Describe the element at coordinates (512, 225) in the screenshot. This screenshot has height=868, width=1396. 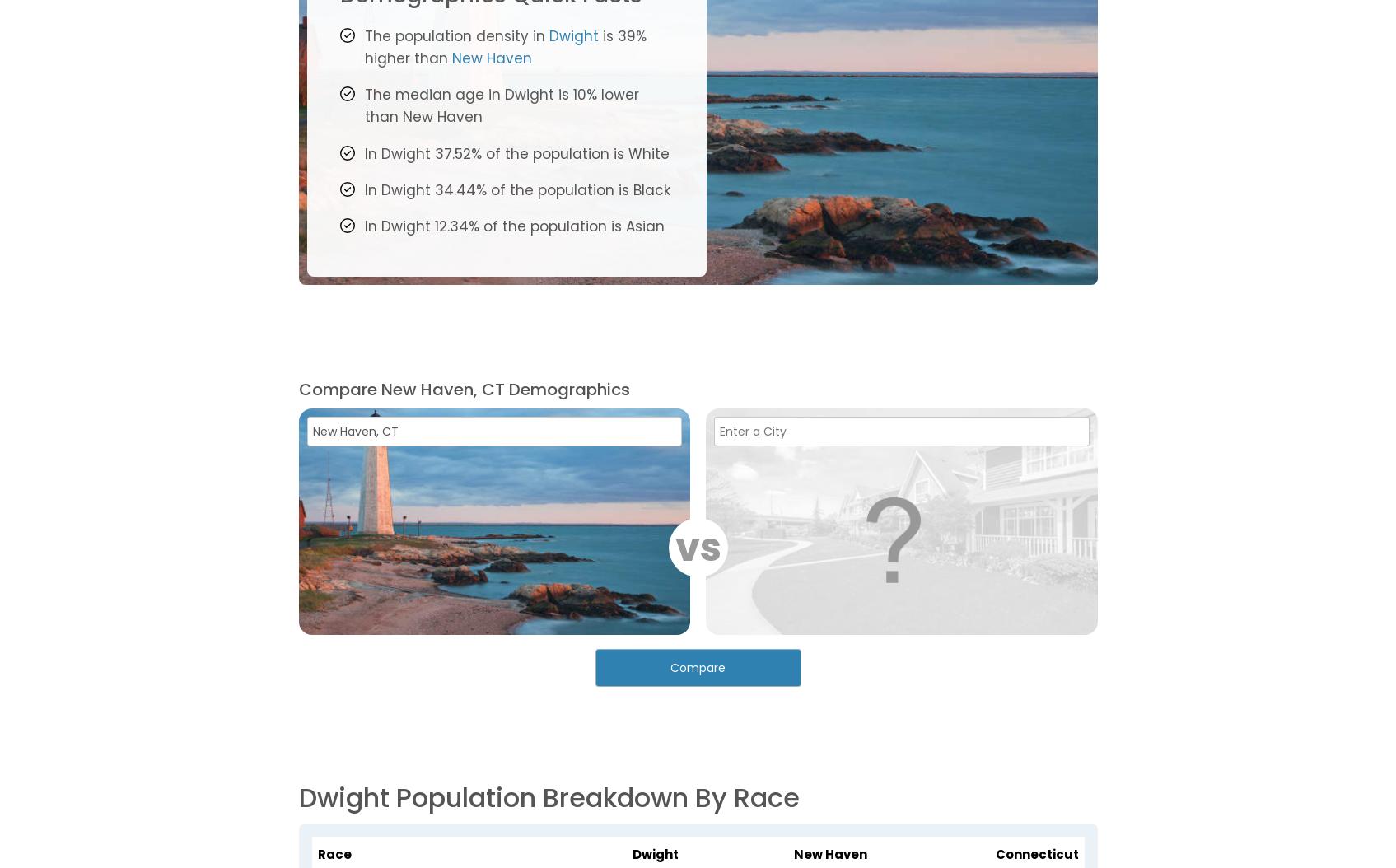
I see `'In Dwight 12.34% of the population is Asian'` at that location.